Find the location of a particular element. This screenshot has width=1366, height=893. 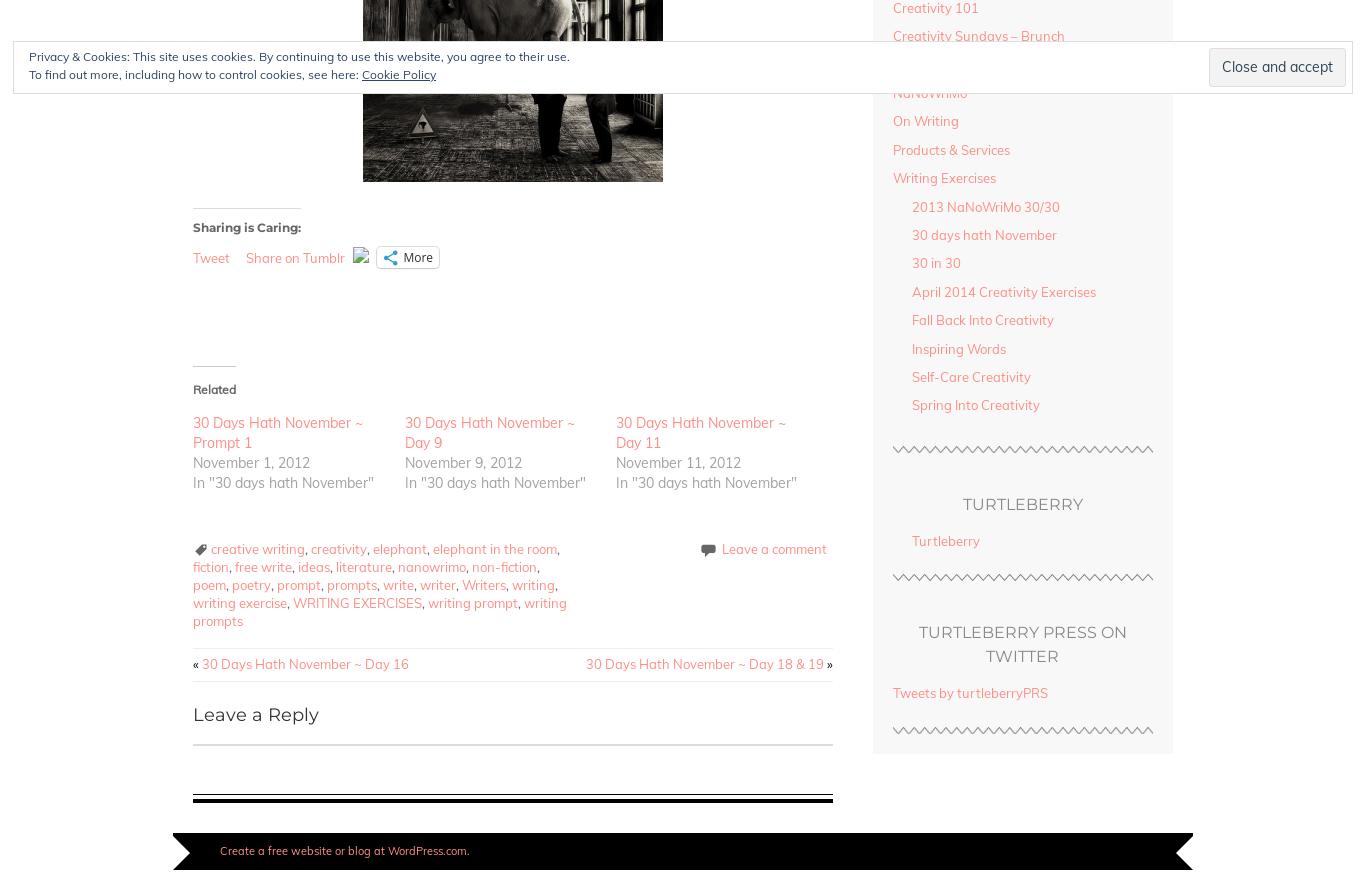

'30 Days Hath November ~ Day 18 & 19' is located at coordinates (585, 664).